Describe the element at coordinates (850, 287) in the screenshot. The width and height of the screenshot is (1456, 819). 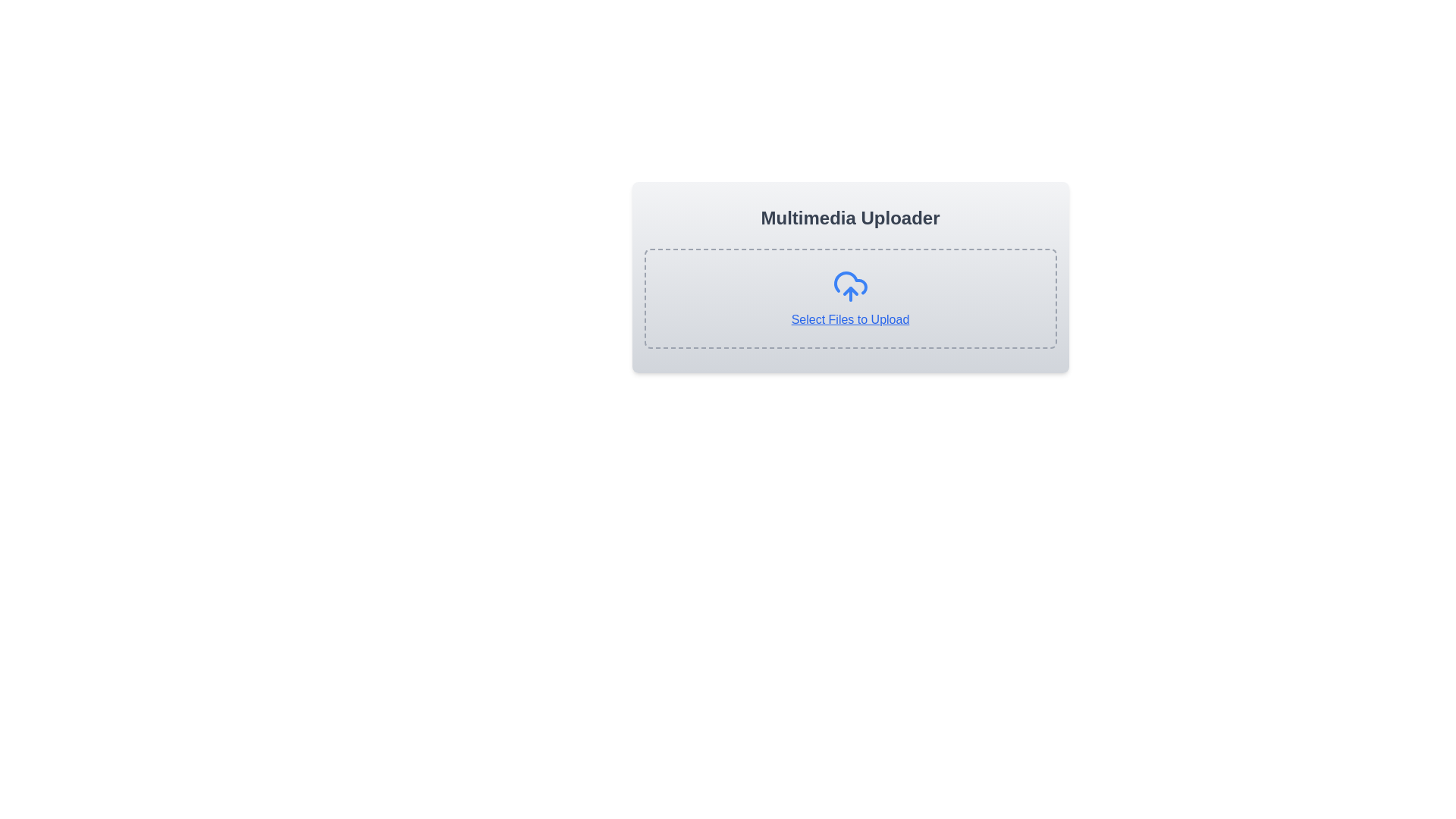
I see `the first cloud-upload icon located within the dashed-bordered box labeled 'Select Files to Upload'` at that location.